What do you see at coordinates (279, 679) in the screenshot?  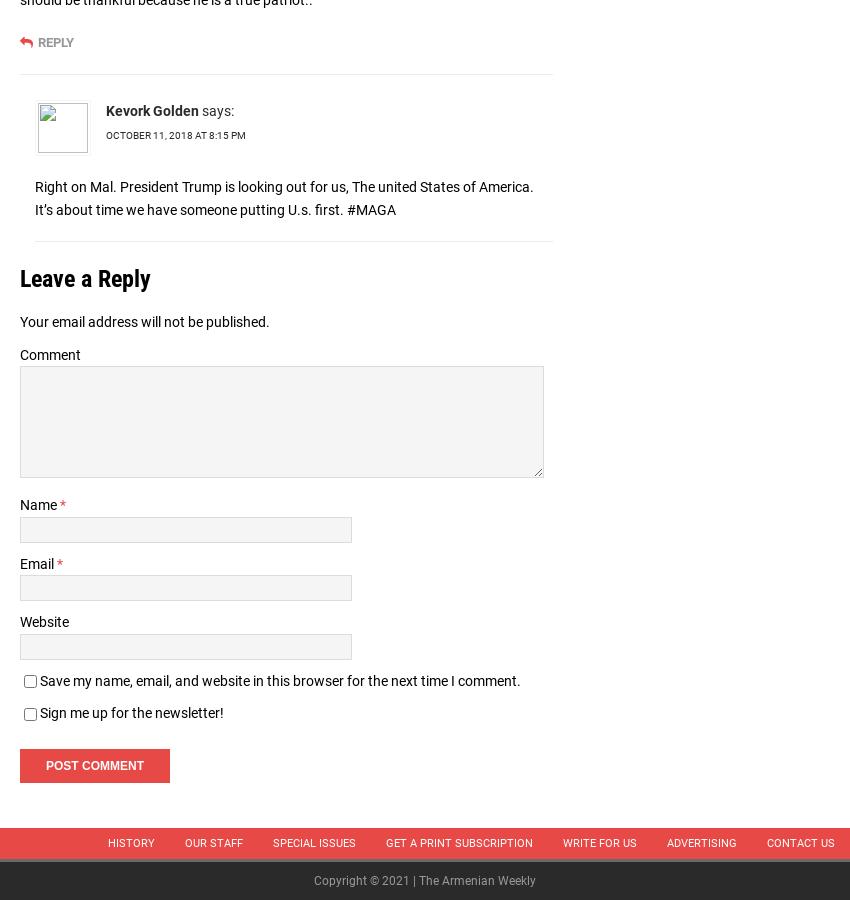 I see `'Save my name, email, and website in this browser for the next time I comment.'` at bounding box center [279, 679].